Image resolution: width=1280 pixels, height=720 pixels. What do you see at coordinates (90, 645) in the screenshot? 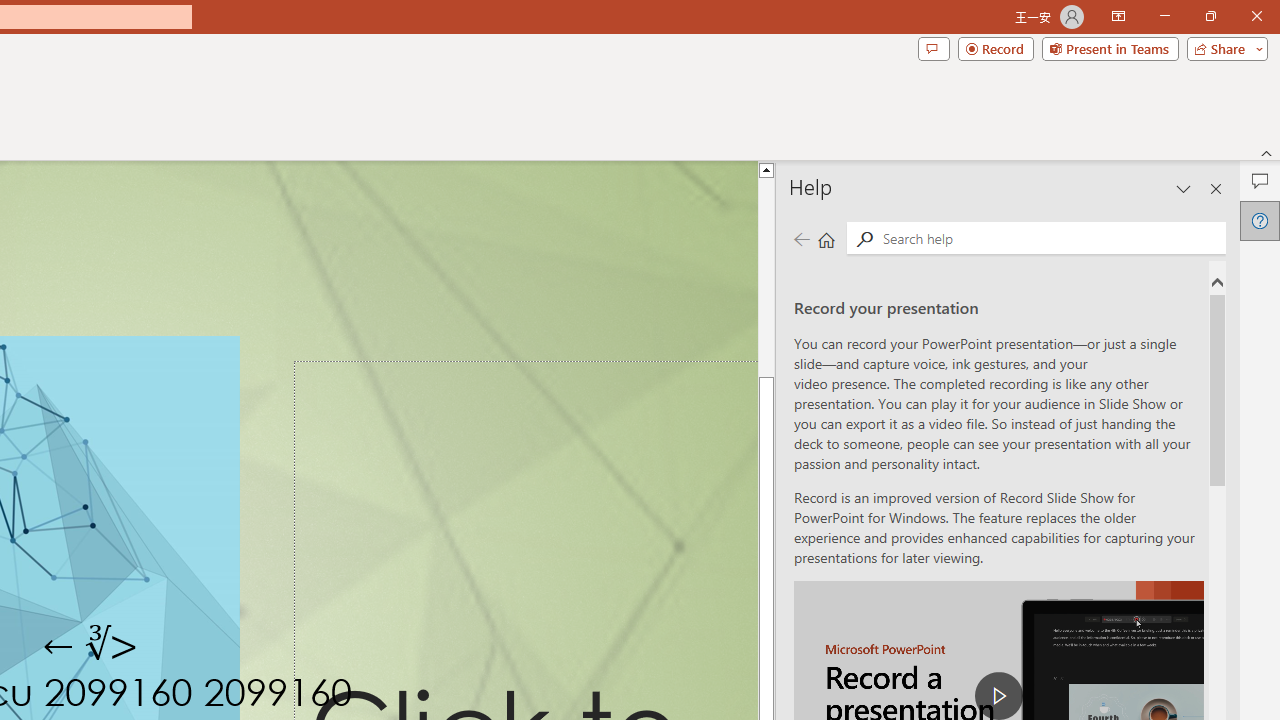
I see `'TextBox 7'` at bounding box center [90, 645].